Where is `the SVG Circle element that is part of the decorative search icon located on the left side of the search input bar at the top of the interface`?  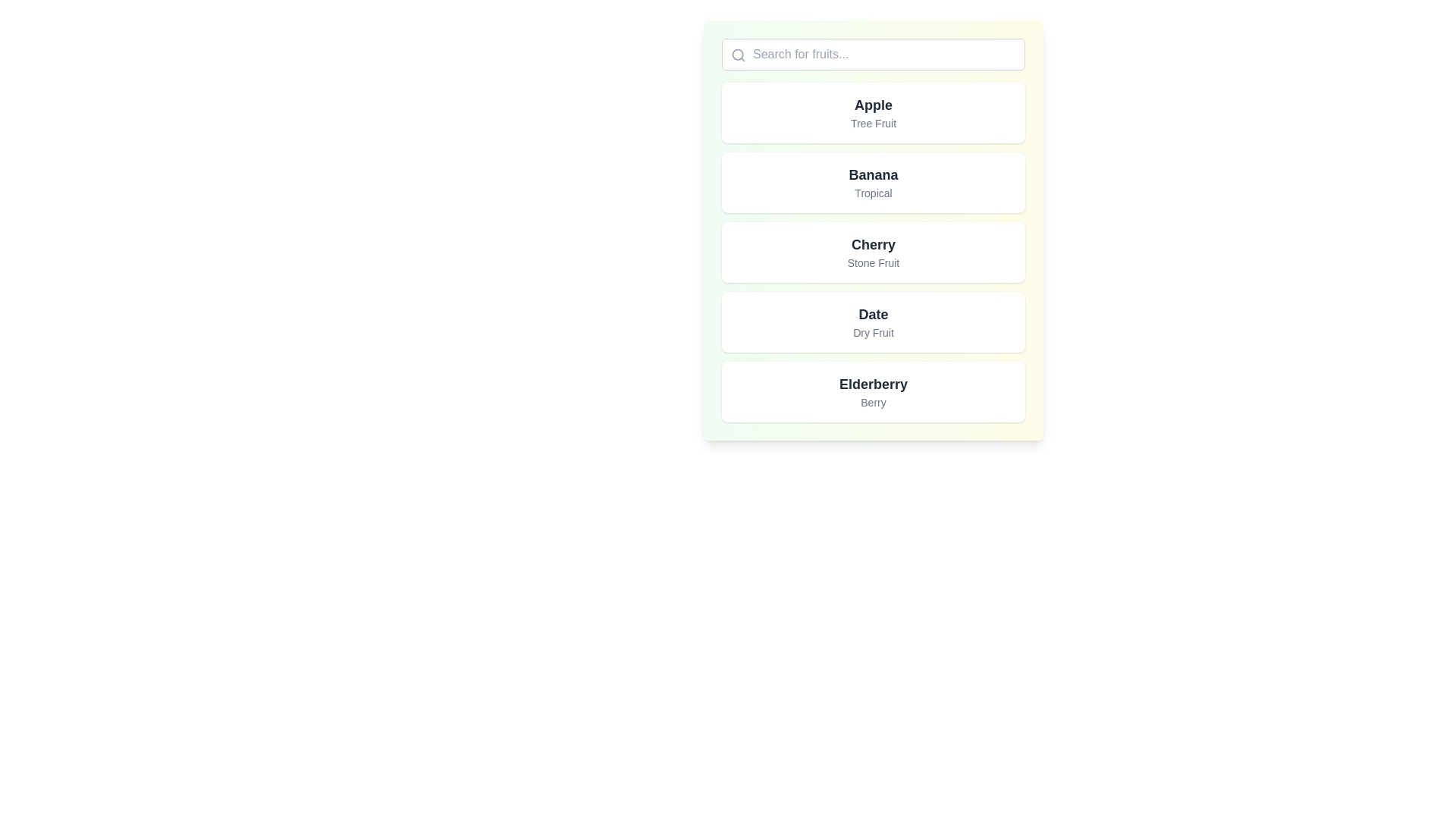 the SVG Circle element that is part of the decorative search icon located on the left side of the search input bar at the top of the interface is located at coordinates (738, 54).